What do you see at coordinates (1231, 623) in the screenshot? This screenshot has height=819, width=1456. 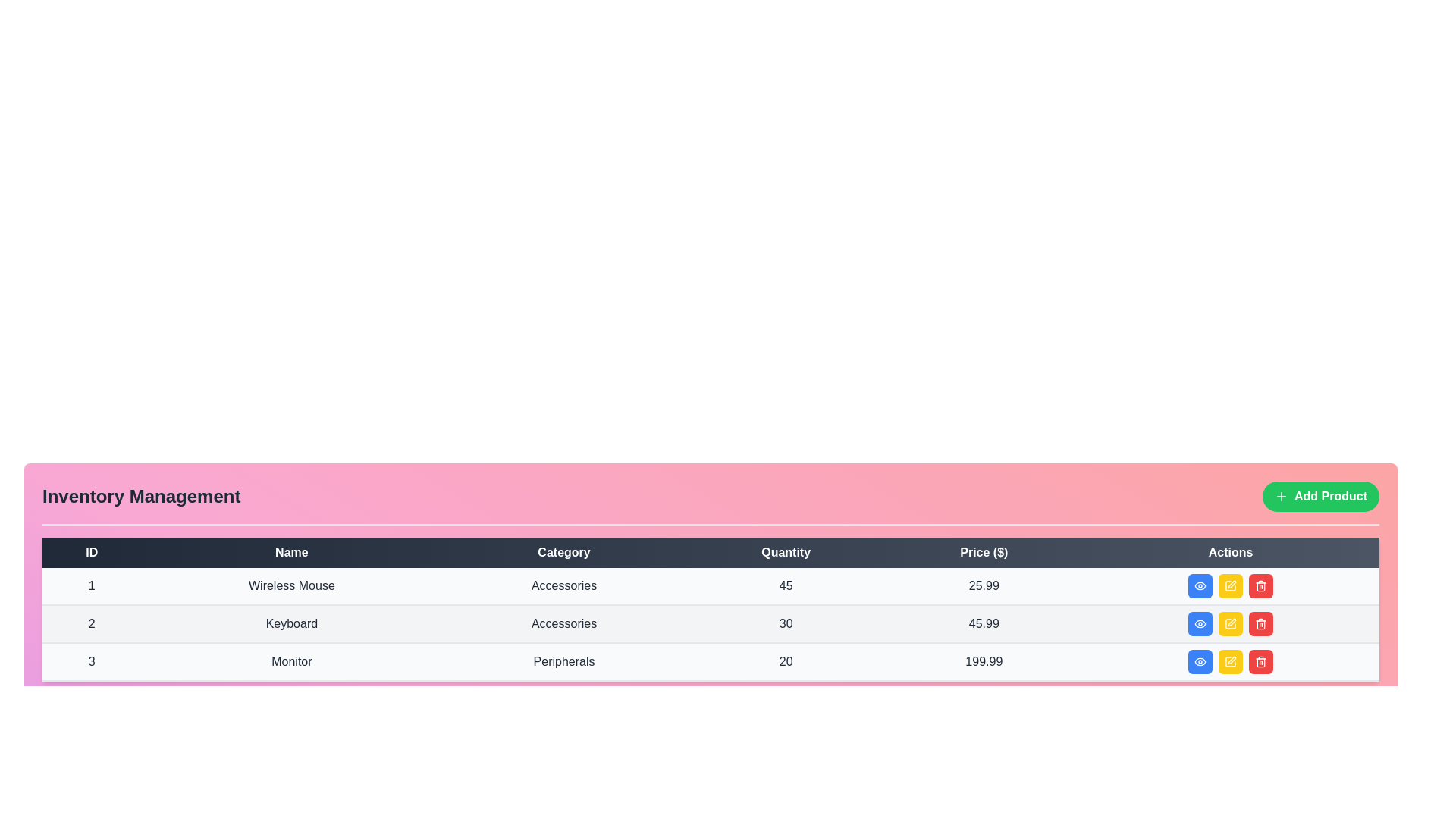 I see `the edit action button located in the second row of the 'Actions' column for the 'Keyboard' product` at bounding box center [1231, 623].